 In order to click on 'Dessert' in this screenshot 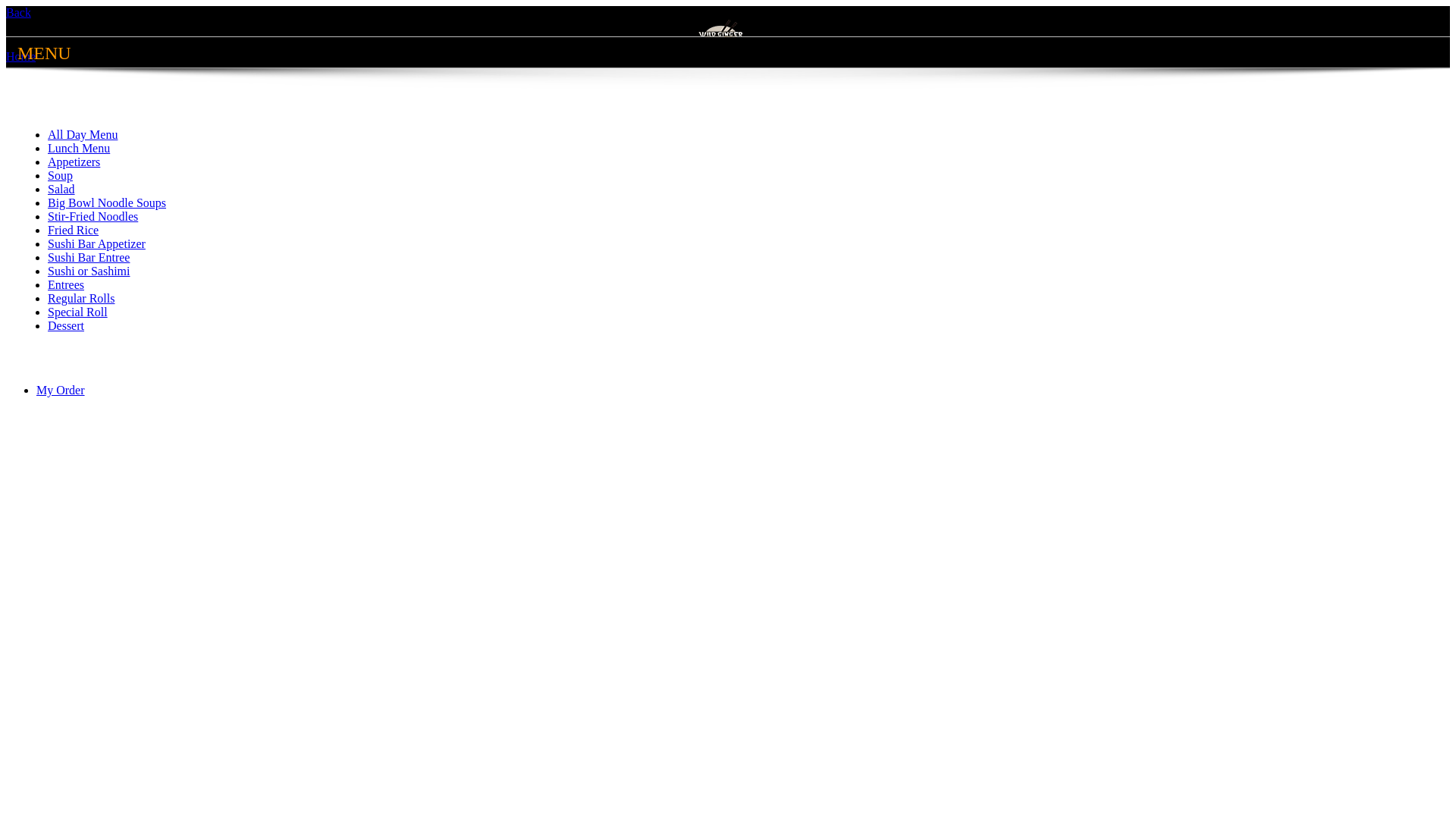, I will do `click(64, 325)`.